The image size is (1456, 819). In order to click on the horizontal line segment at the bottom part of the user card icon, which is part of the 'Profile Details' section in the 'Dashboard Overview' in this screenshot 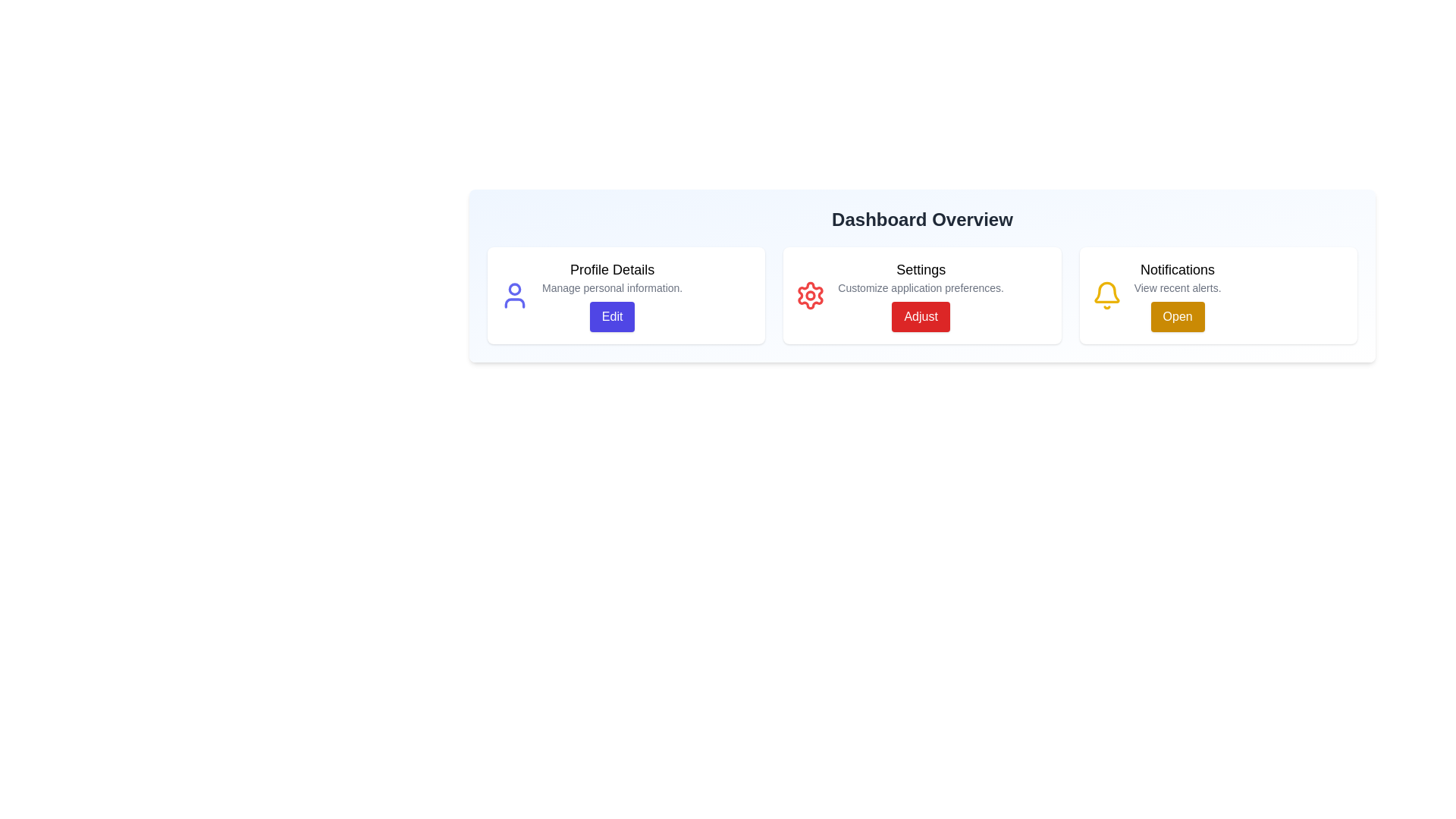, I will do `click(514, 303)`.